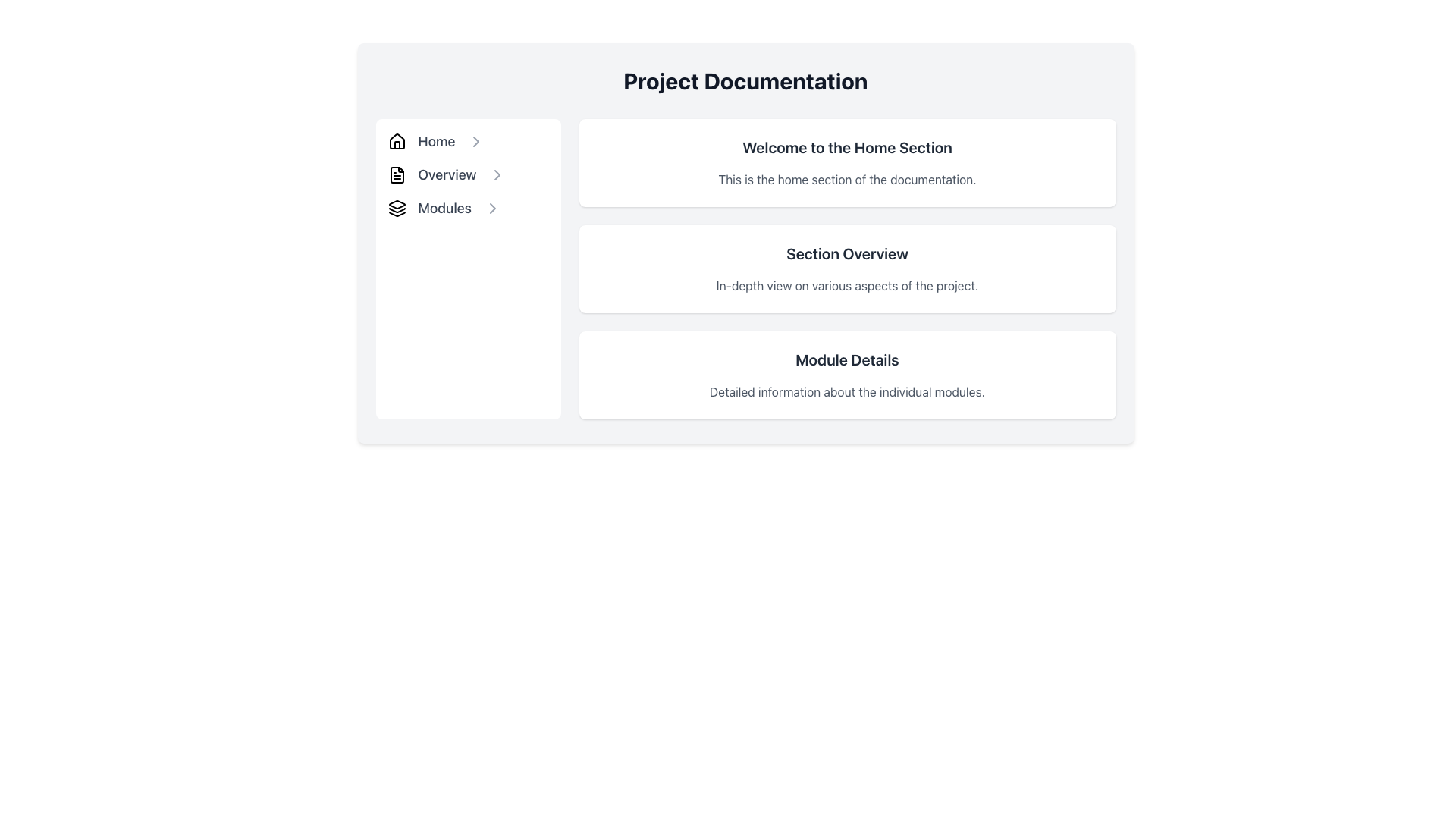 The width and height of the screenshot is (1456, 819). Describe the element at coordinates (745, 81) in the screenshot. I see `the 'Project Documentation' heading at the top of the page` at that location.